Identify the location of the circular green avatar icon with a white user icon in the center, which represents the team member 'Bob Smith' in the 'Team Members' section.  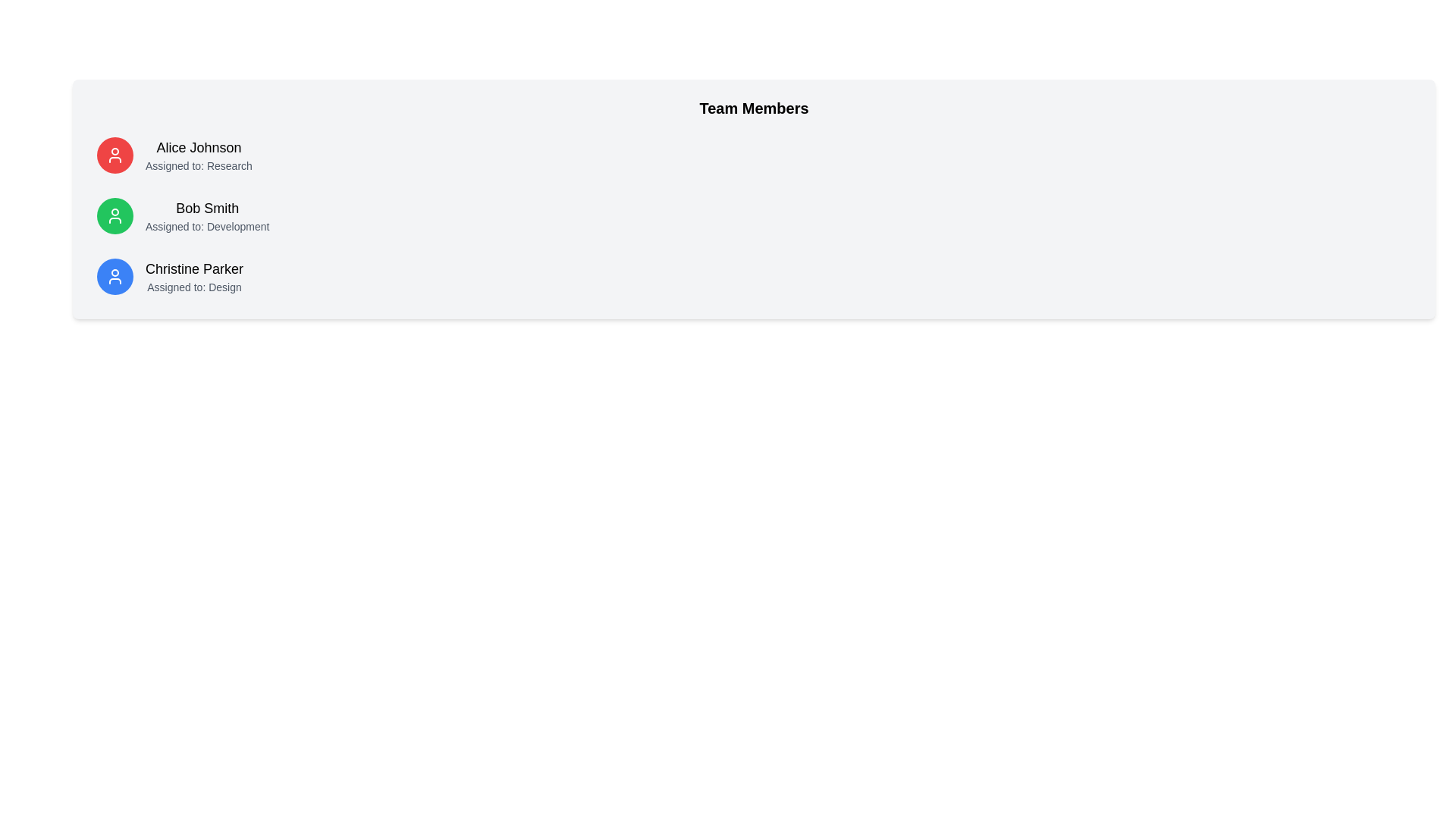
(115, 216).